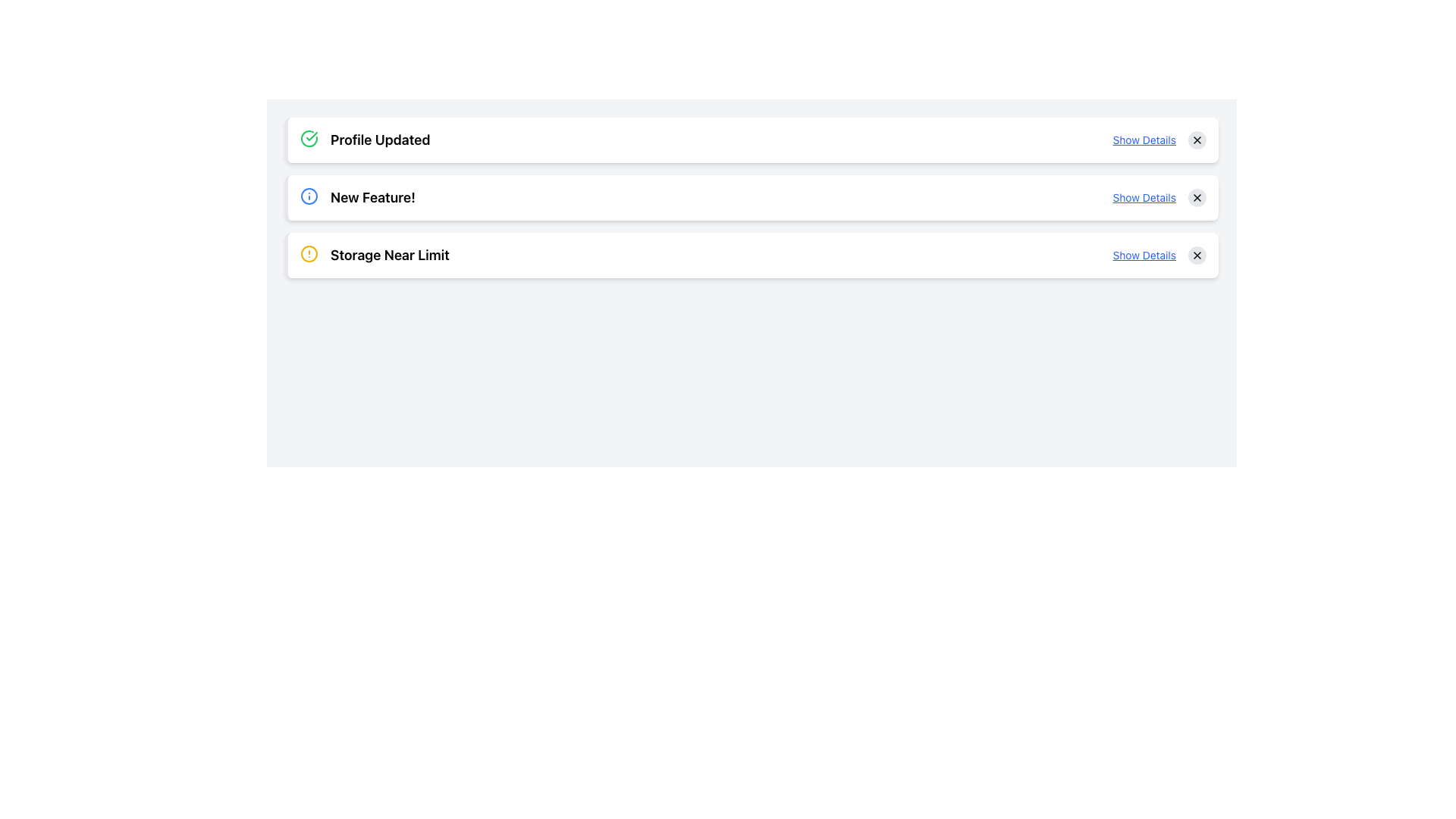  I want to click on the hyperlink located at the bottom-right corner of the 'Storage Near Limit' notification panel, so click(1159, 254).